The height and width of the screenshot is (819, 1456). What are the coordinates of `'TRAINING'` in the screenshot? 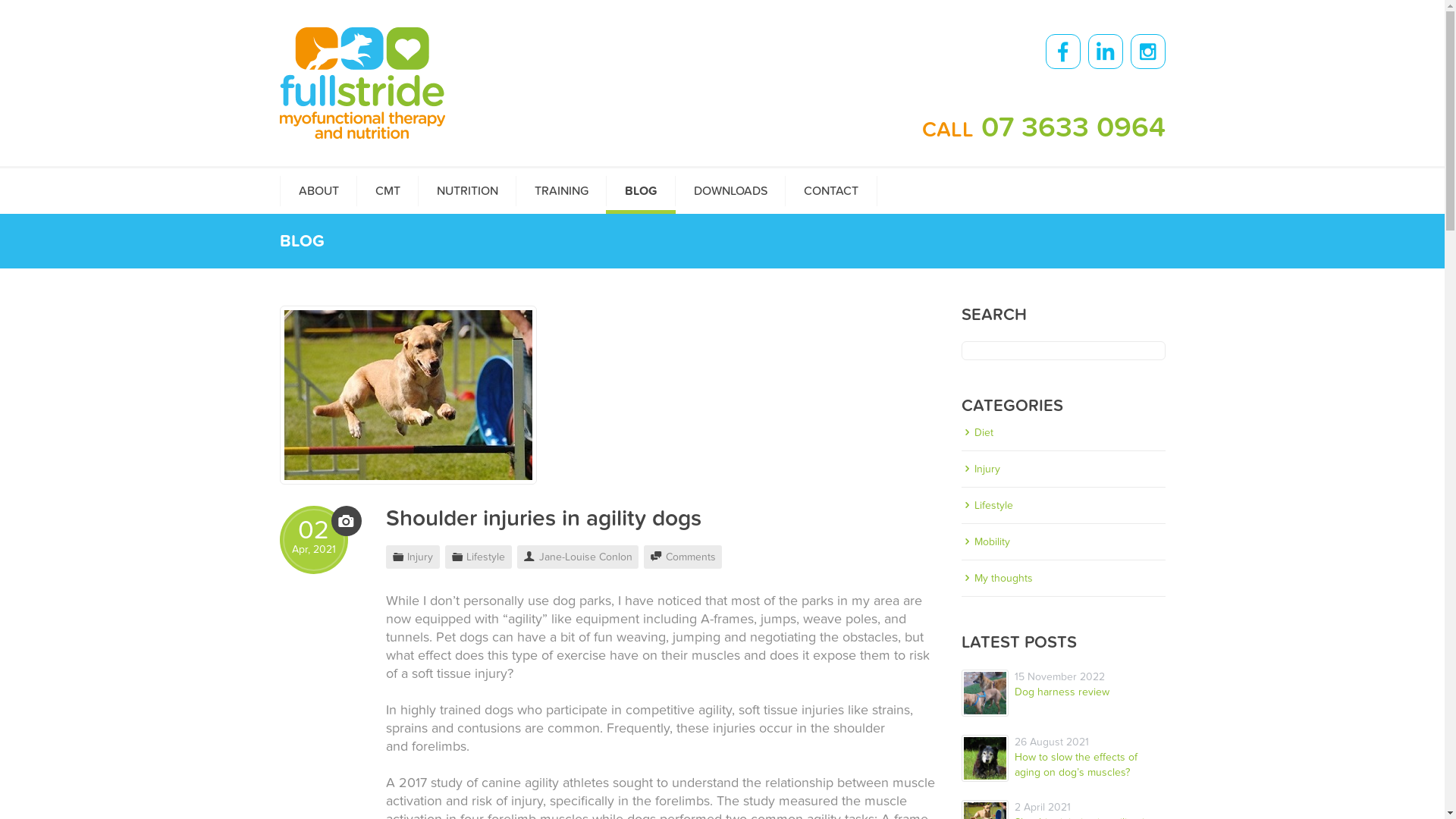 It's located at (516, 190).